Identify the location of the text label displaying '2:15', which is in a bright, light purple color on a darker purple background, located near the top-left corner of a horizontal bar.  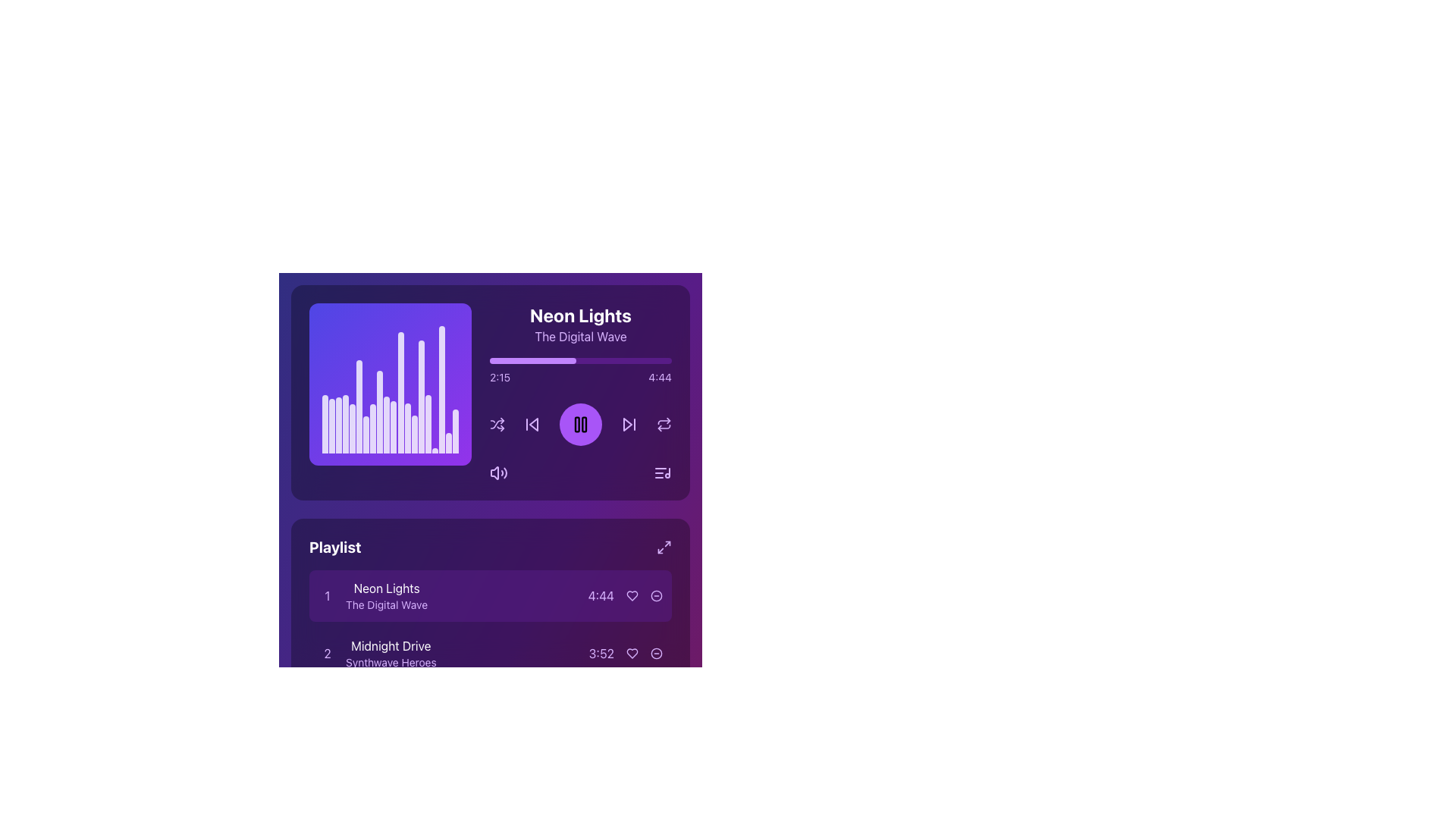
(500, 376).